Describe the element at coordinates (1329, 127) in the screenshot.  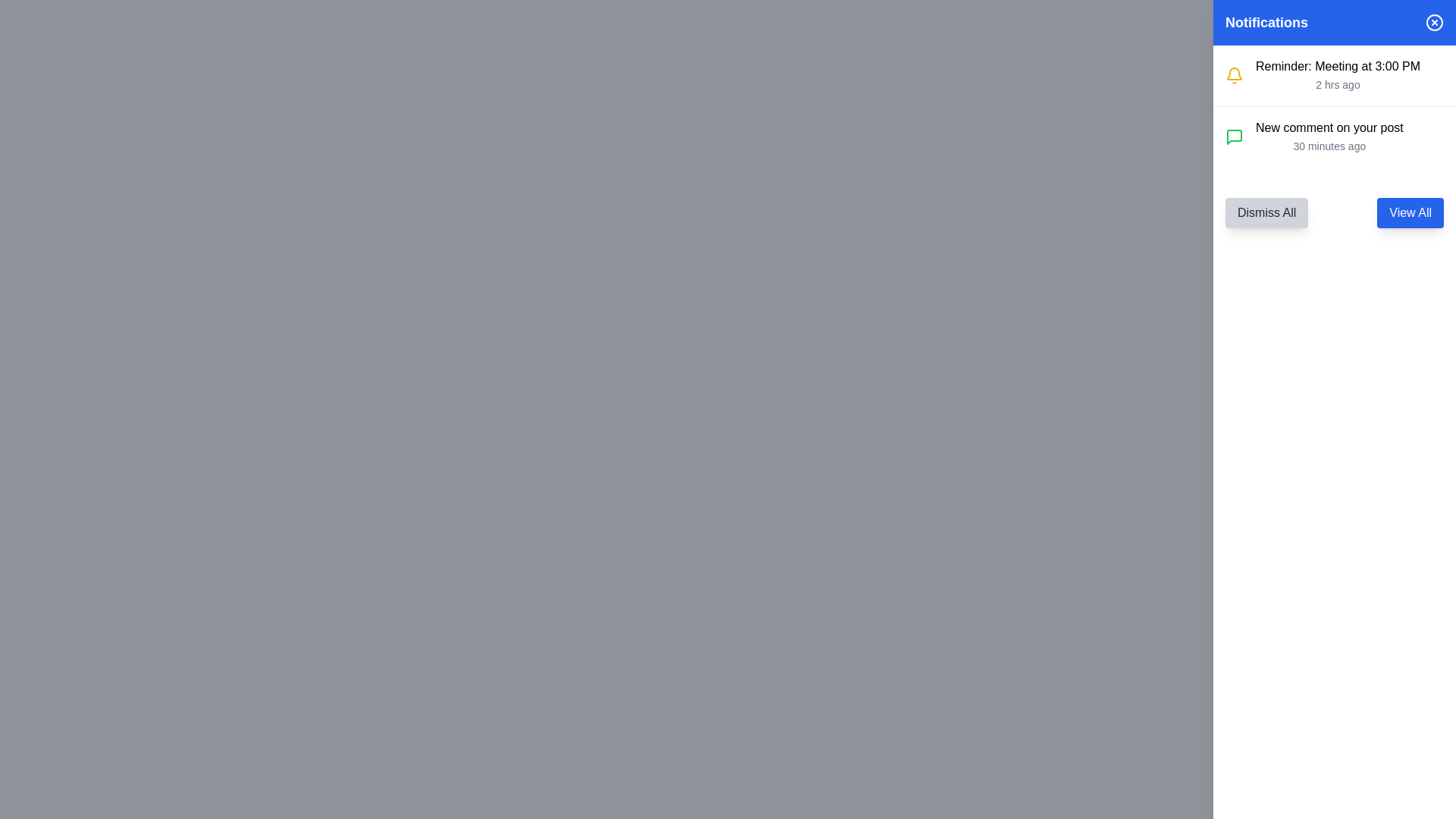
I see `the text element that reads 'New comment on your post'` at that location.